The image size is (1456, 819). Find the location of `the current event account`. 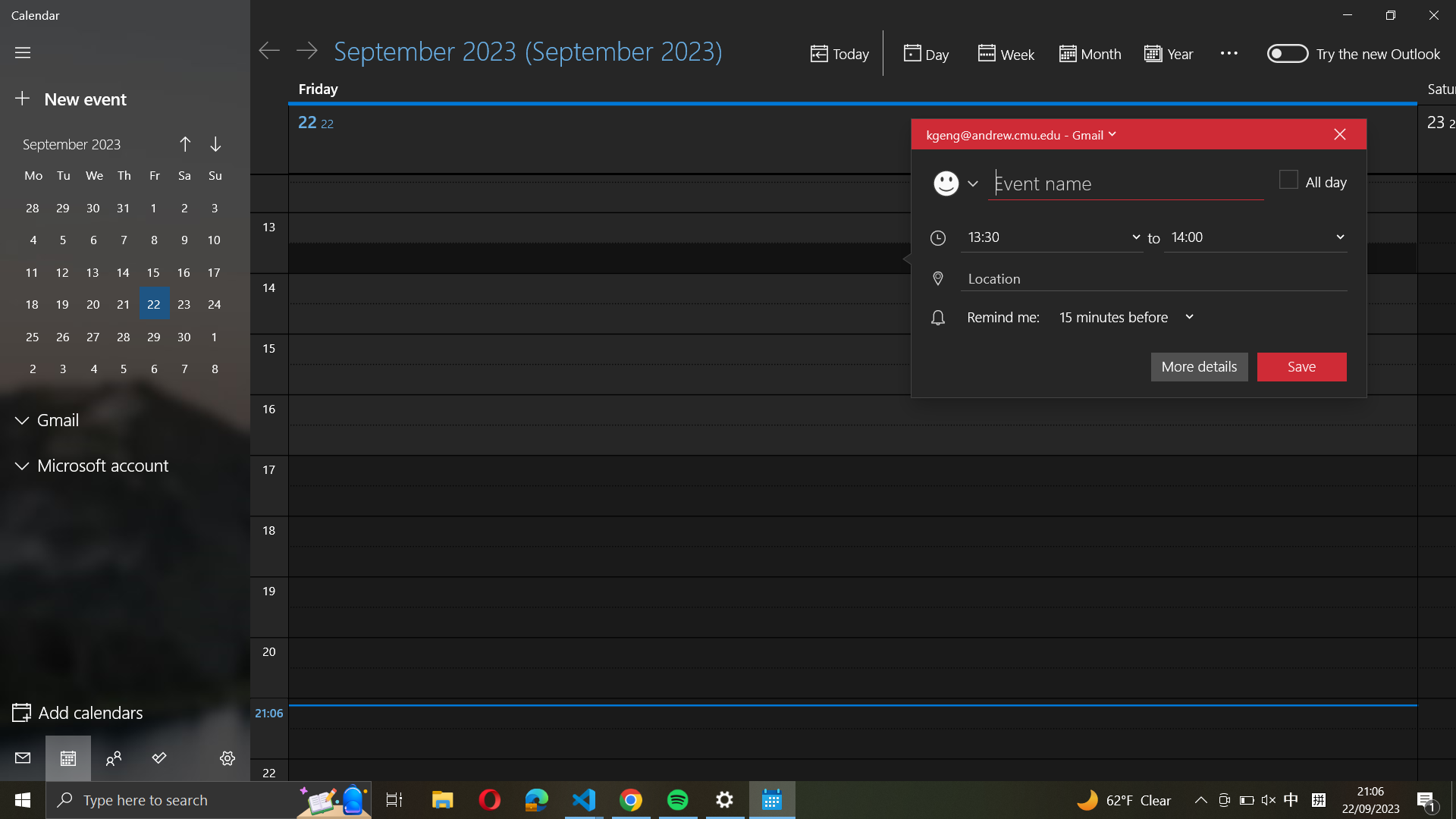

the current event account is located at coordinates (1019, 133).